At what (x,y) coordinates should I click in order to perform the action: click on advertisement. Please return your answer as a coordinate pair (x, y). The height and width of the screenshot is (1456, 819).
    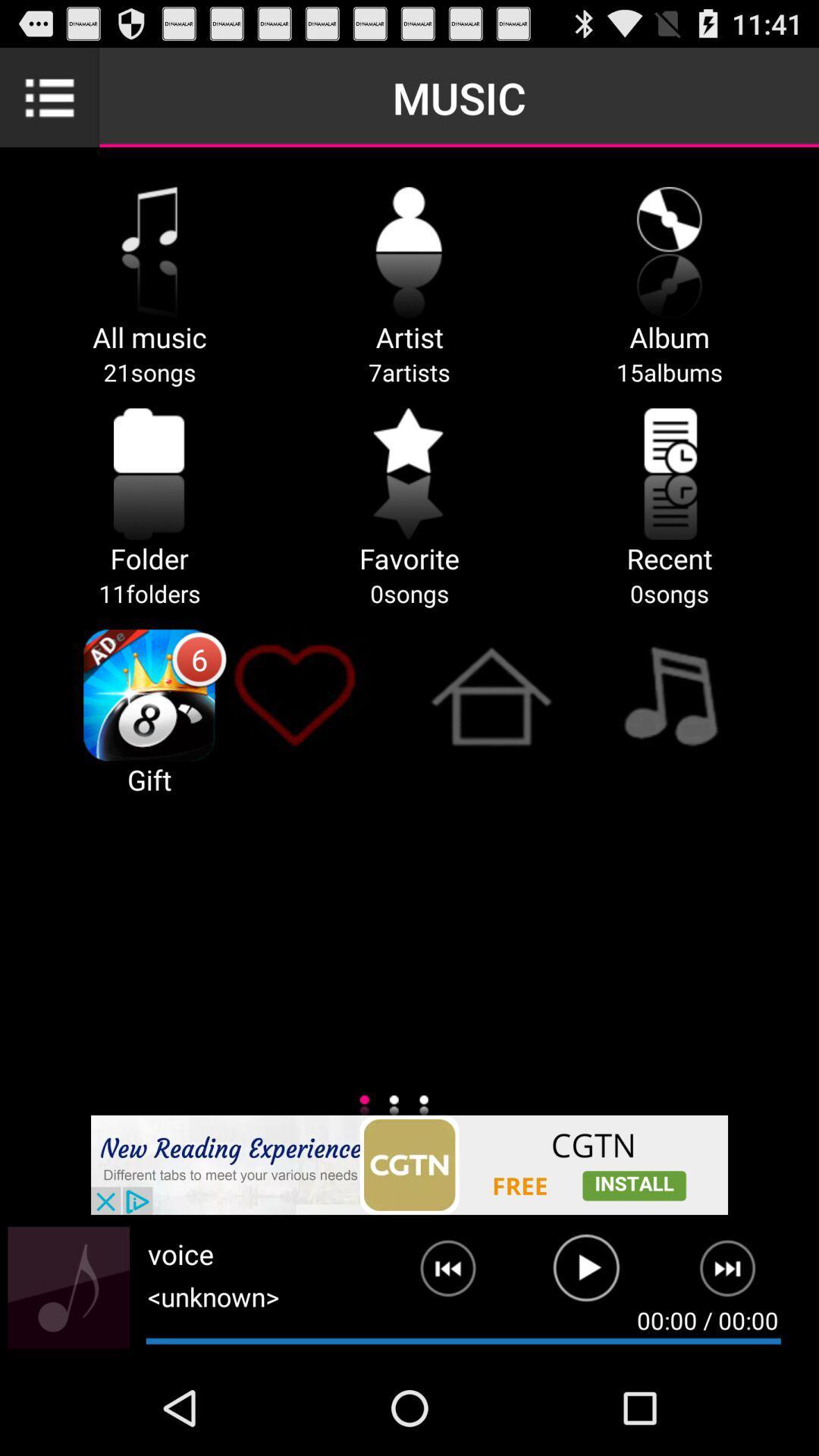
    Looking at the image, I should click on (409, 1164).